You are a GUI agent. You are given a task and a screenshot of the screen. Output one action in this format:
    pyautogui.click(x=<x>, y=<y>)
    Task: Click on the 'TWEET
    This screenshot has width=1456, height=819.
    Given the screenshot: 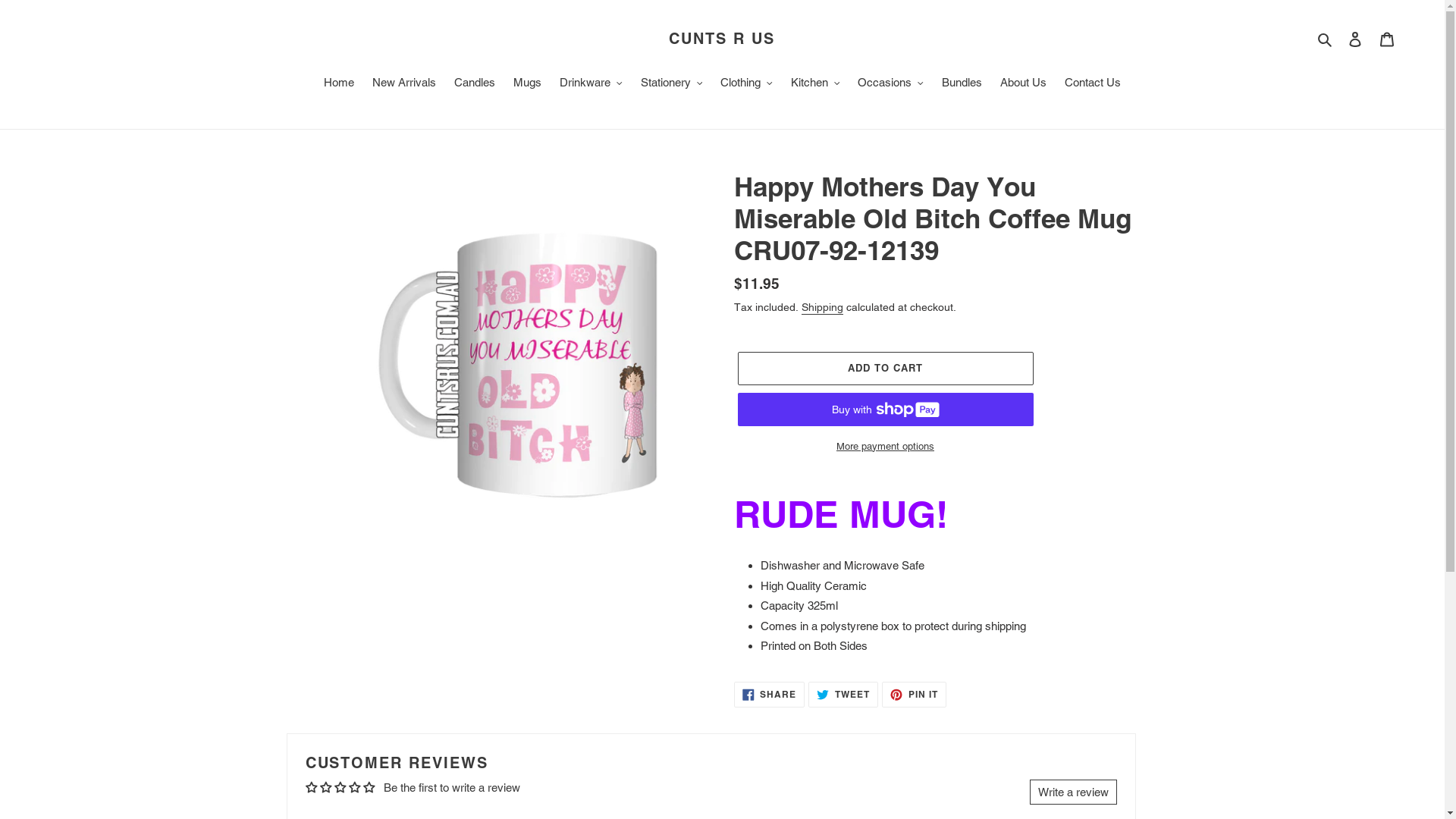 What is the action you would take?
    pyautogui.click(x=843, y=694)
    